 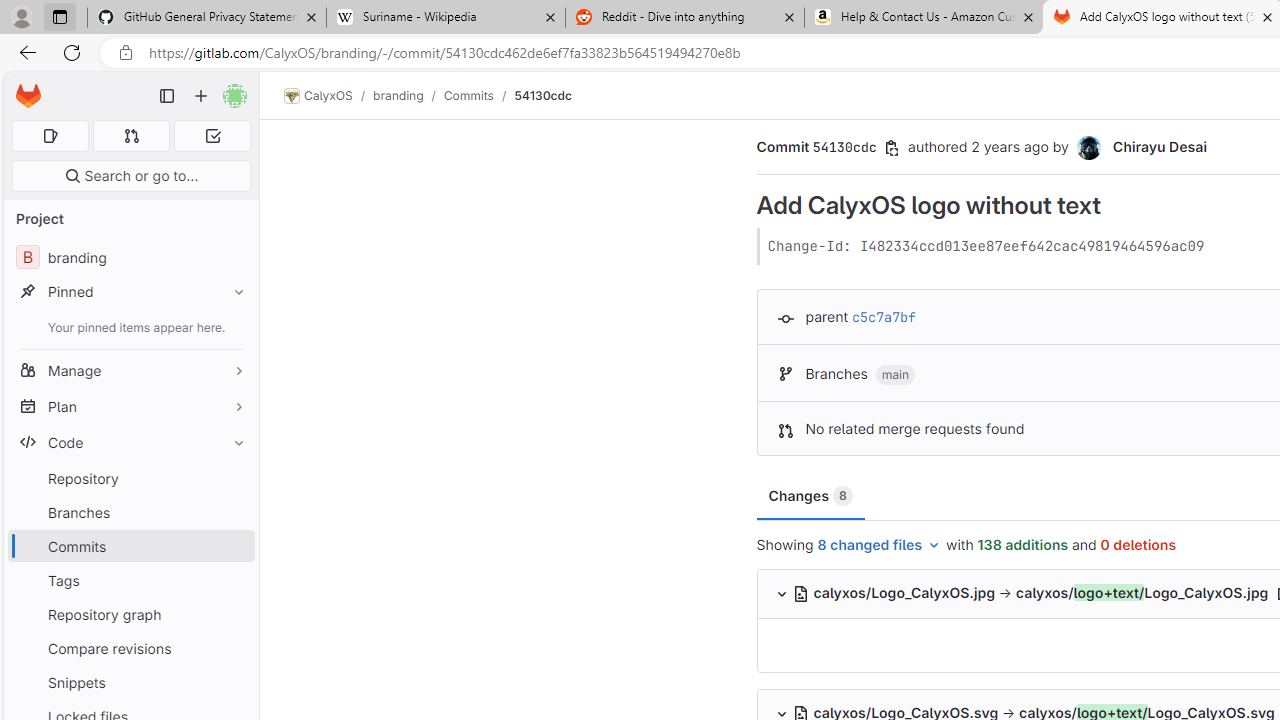 What do you see at coordinates (207, 17) in the screenshot?
I see `'GitHub General Privacy Statement - GitHub Docs'` at bounding box center [207, 17].